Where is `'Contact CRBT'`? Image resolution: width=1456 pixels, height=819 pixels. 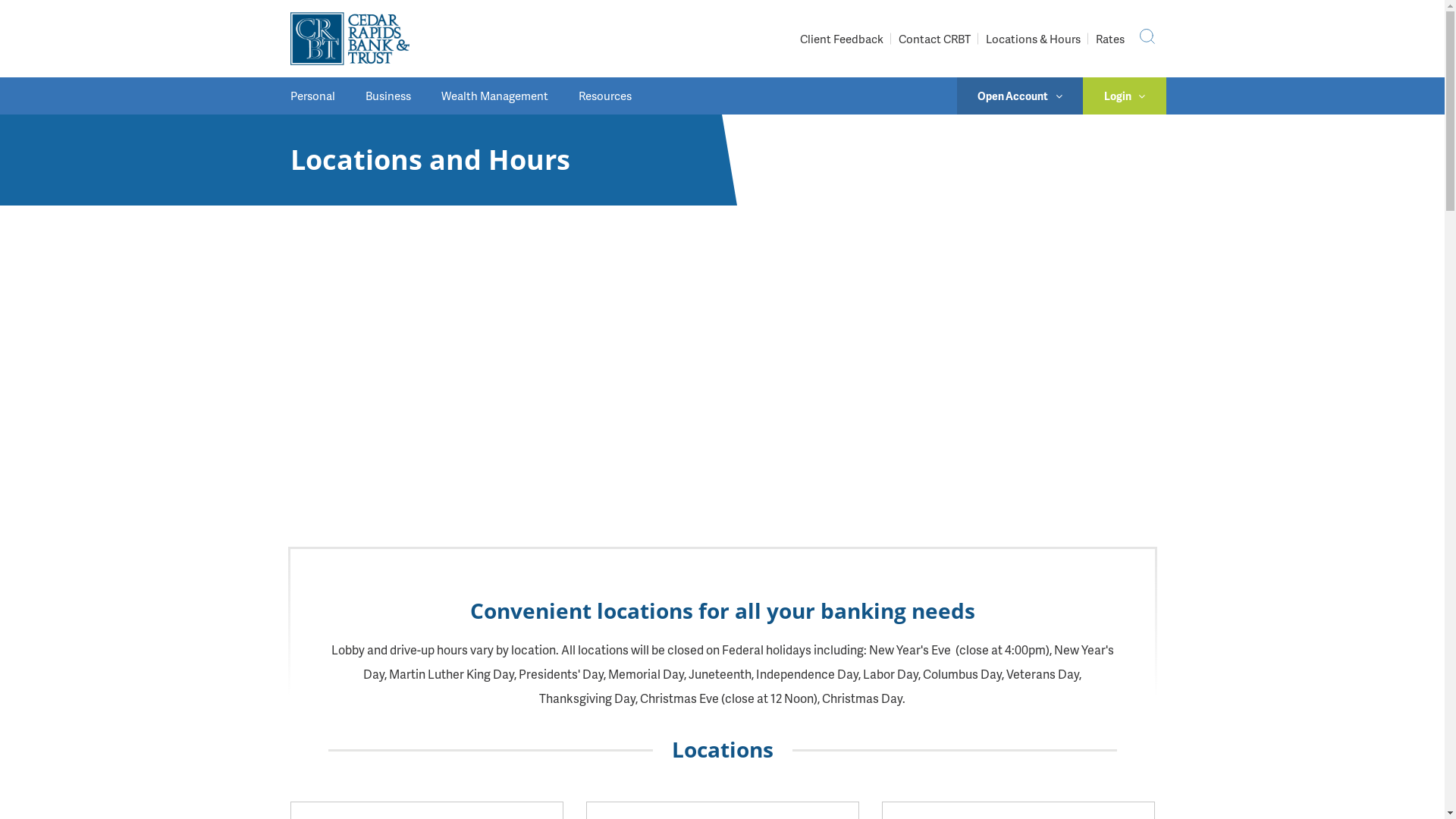
'Contact CRBT' is located at coordinates (933, 37).